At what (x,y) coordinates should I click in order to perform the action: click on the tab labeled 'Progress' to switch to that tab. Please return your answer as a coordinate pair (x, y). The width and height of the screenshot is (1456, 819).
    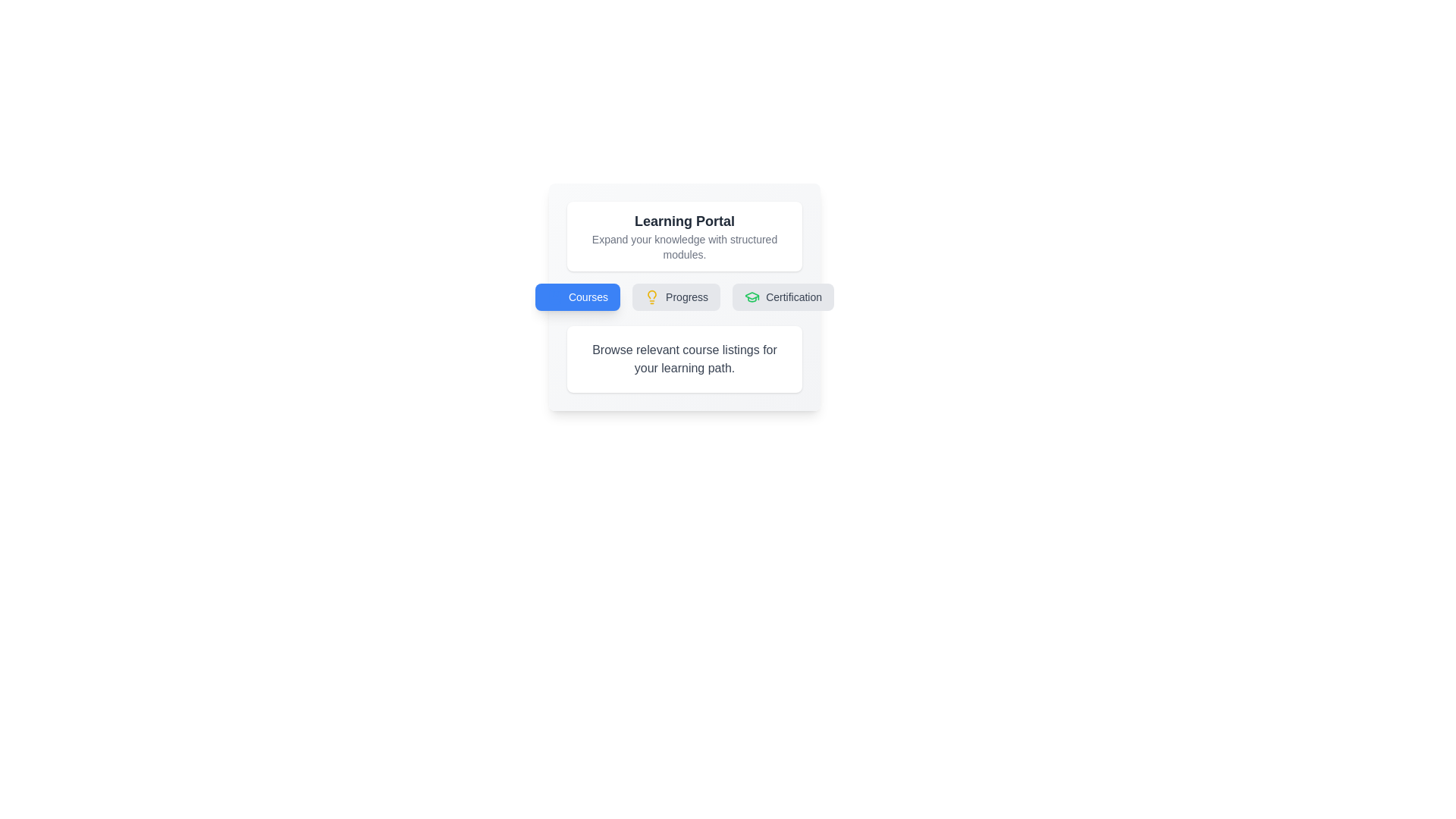
    Looking at the image, I should click on (676, 297).